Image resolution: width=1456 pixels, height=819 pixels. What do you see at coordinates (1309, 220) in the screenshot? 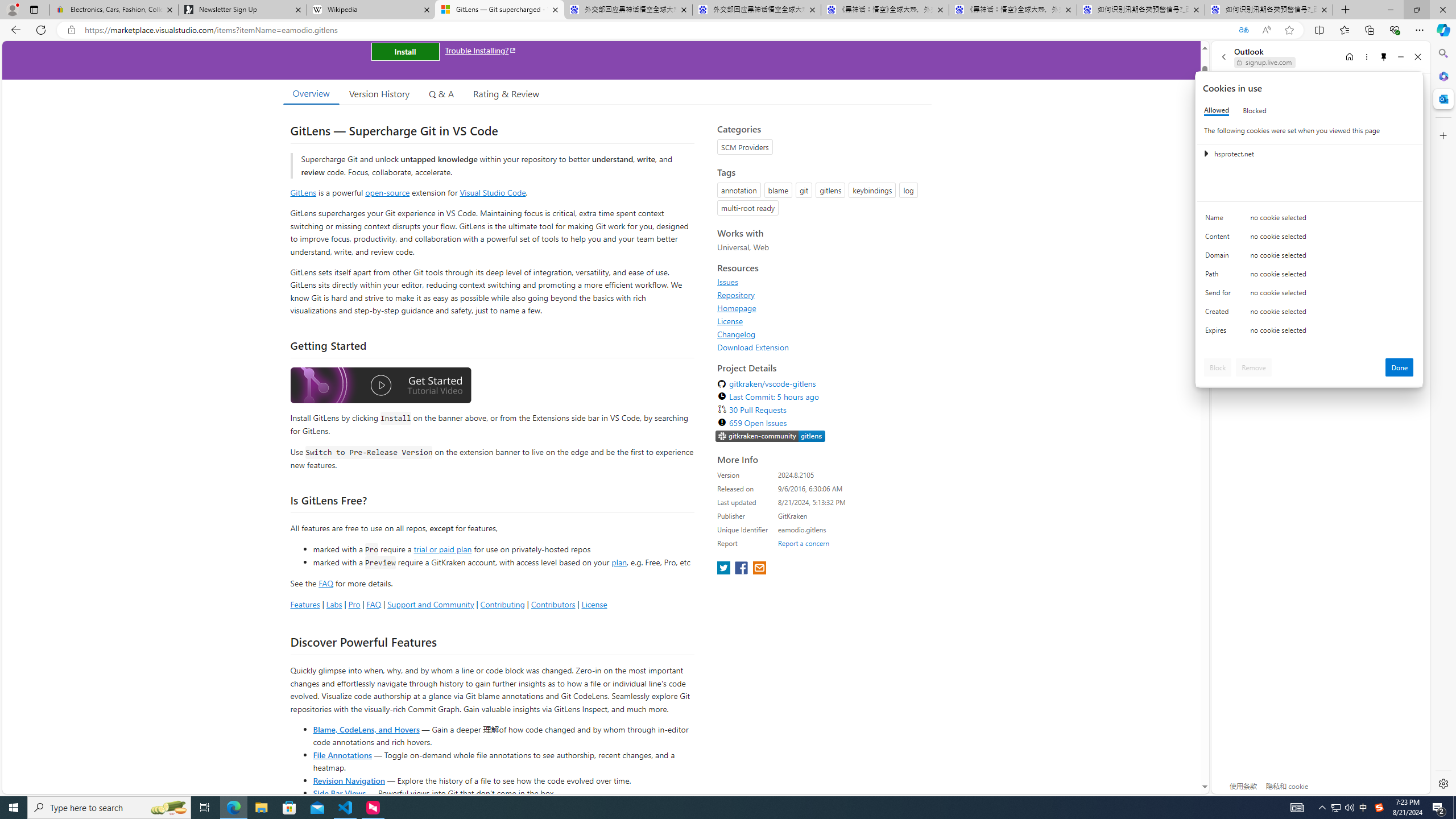
I see `'Class: c0153 c0157 c0154'` at bounding box center [1309, 220].